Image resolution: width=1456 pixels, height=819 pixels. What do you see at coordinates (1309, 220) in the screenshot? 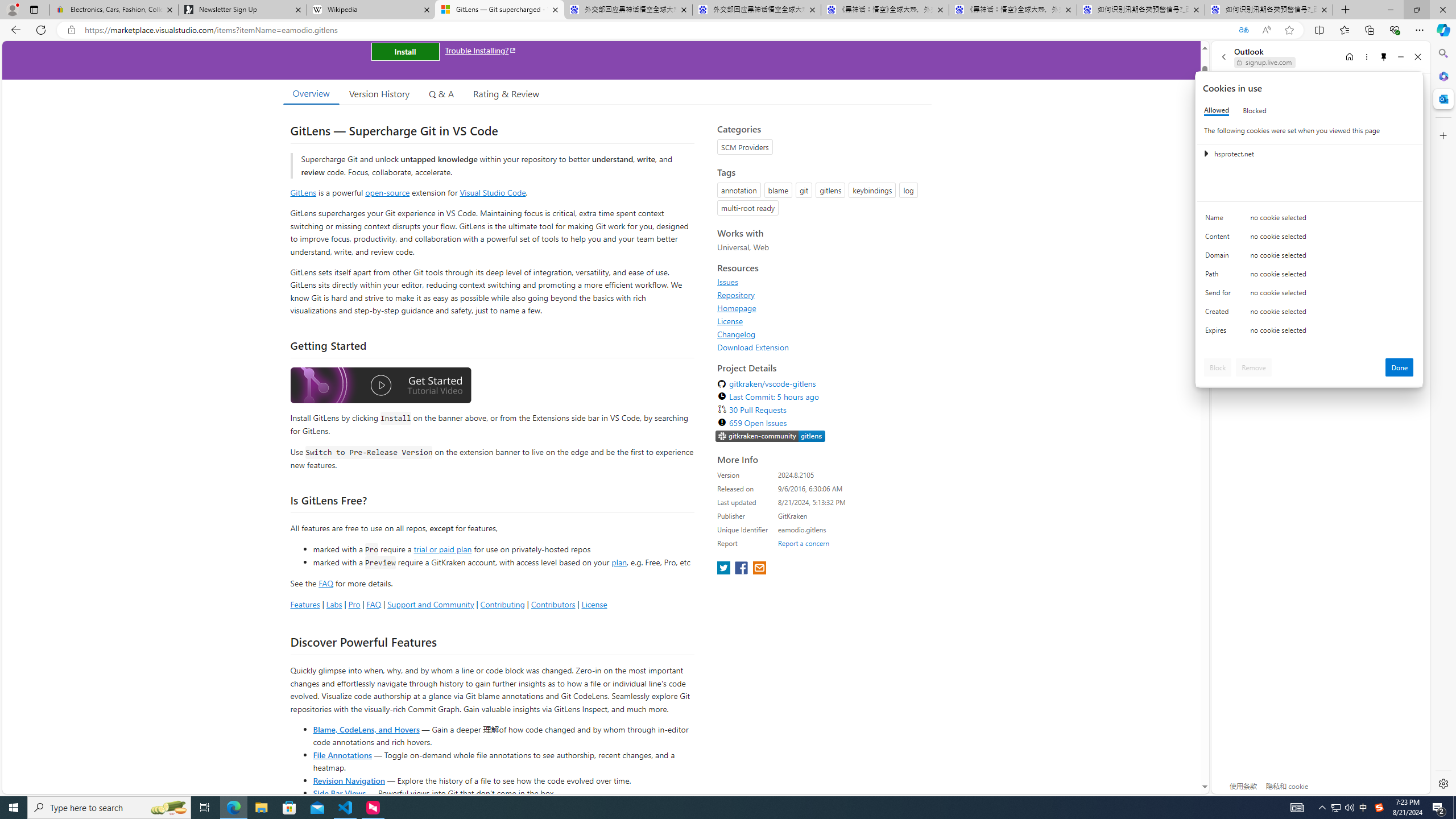
I see `'Class: c0153 c0157 c0154'` at bounding box center [1309, 220].